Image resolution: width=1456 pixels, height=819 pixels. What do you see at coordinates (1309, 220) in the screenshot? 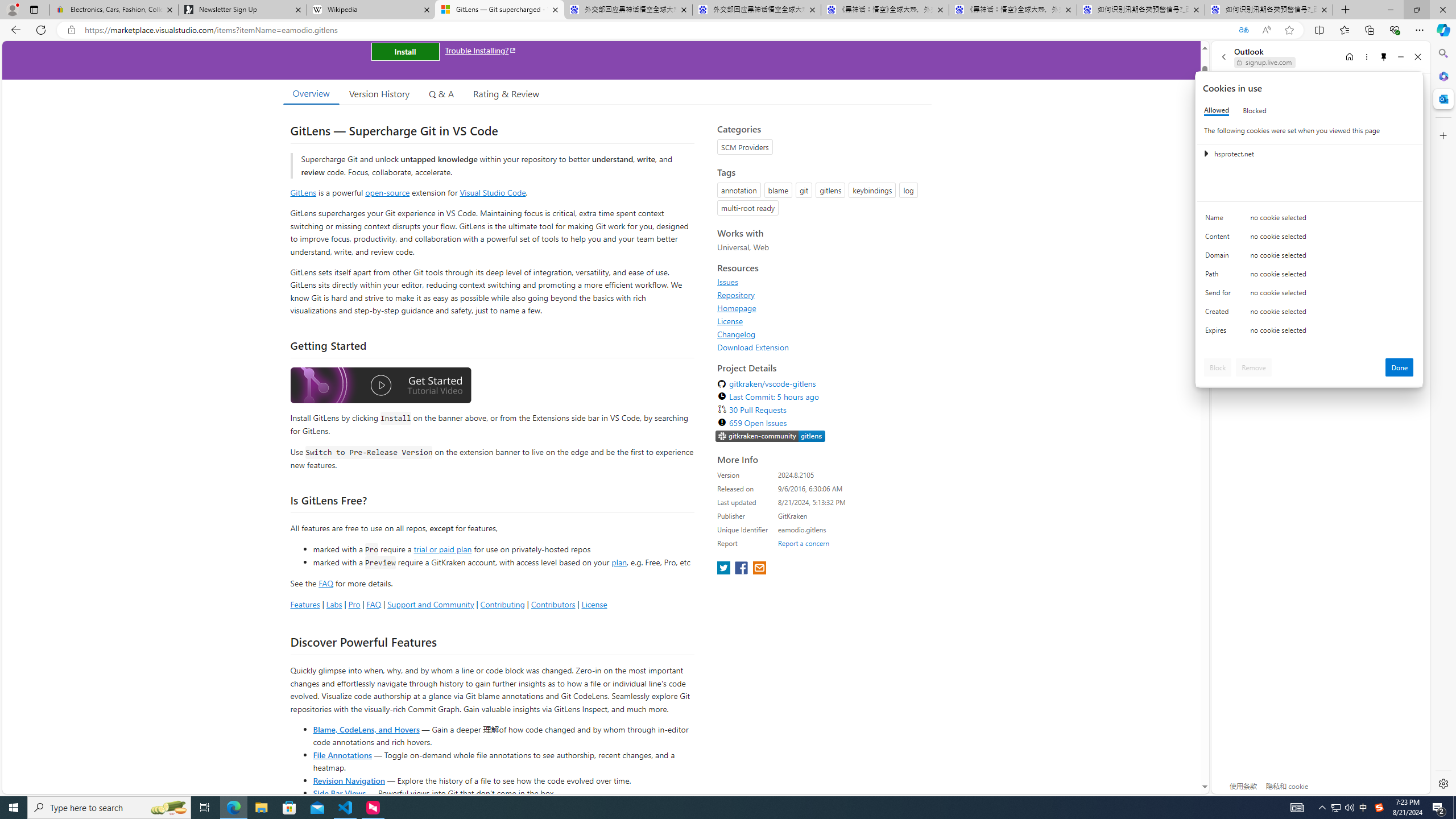
I see `'Class: c0153 c0157 c0154'` at bounding box center [1309, 220].